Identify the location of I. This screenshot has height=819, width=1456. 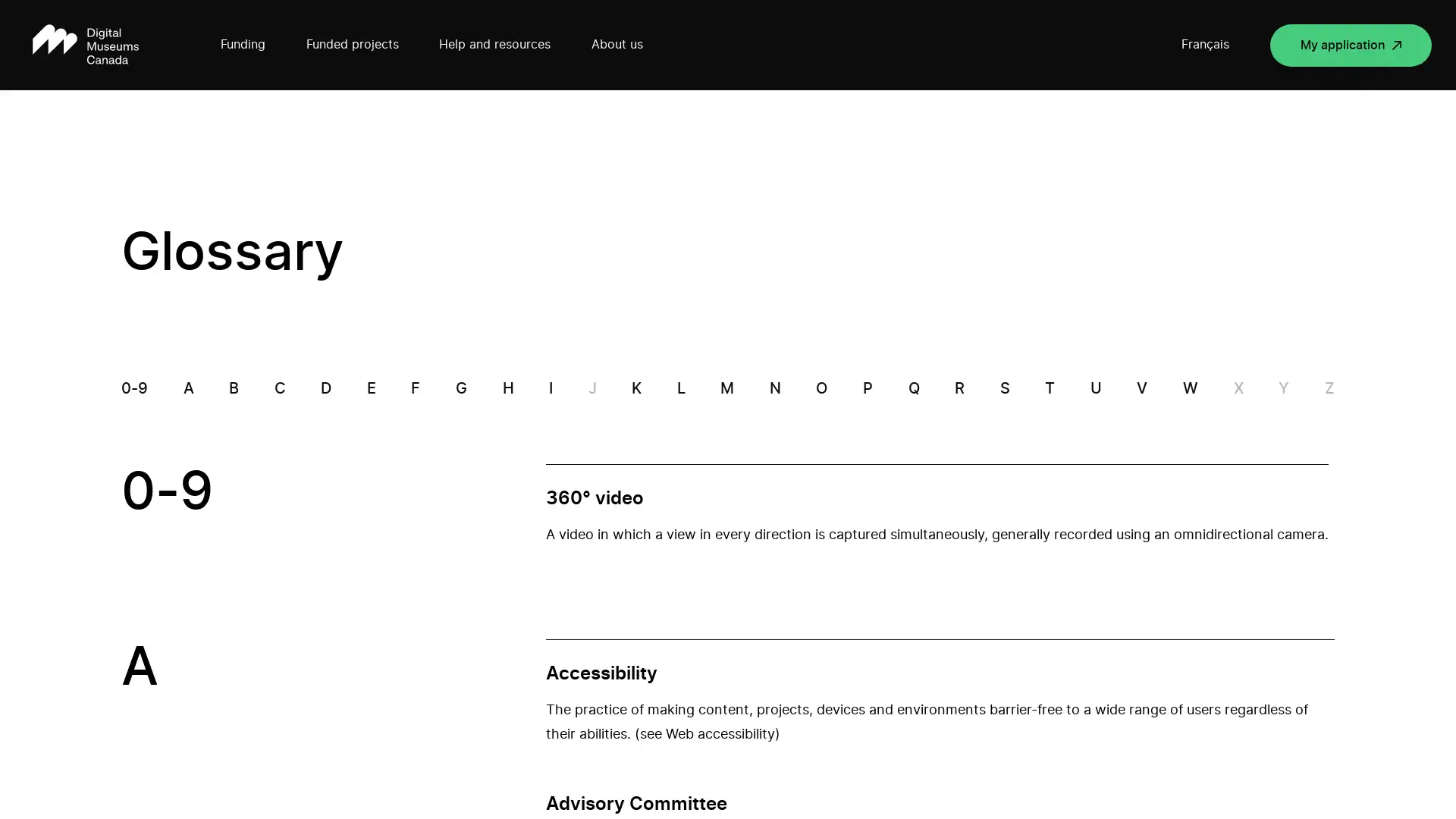
(550, 388).